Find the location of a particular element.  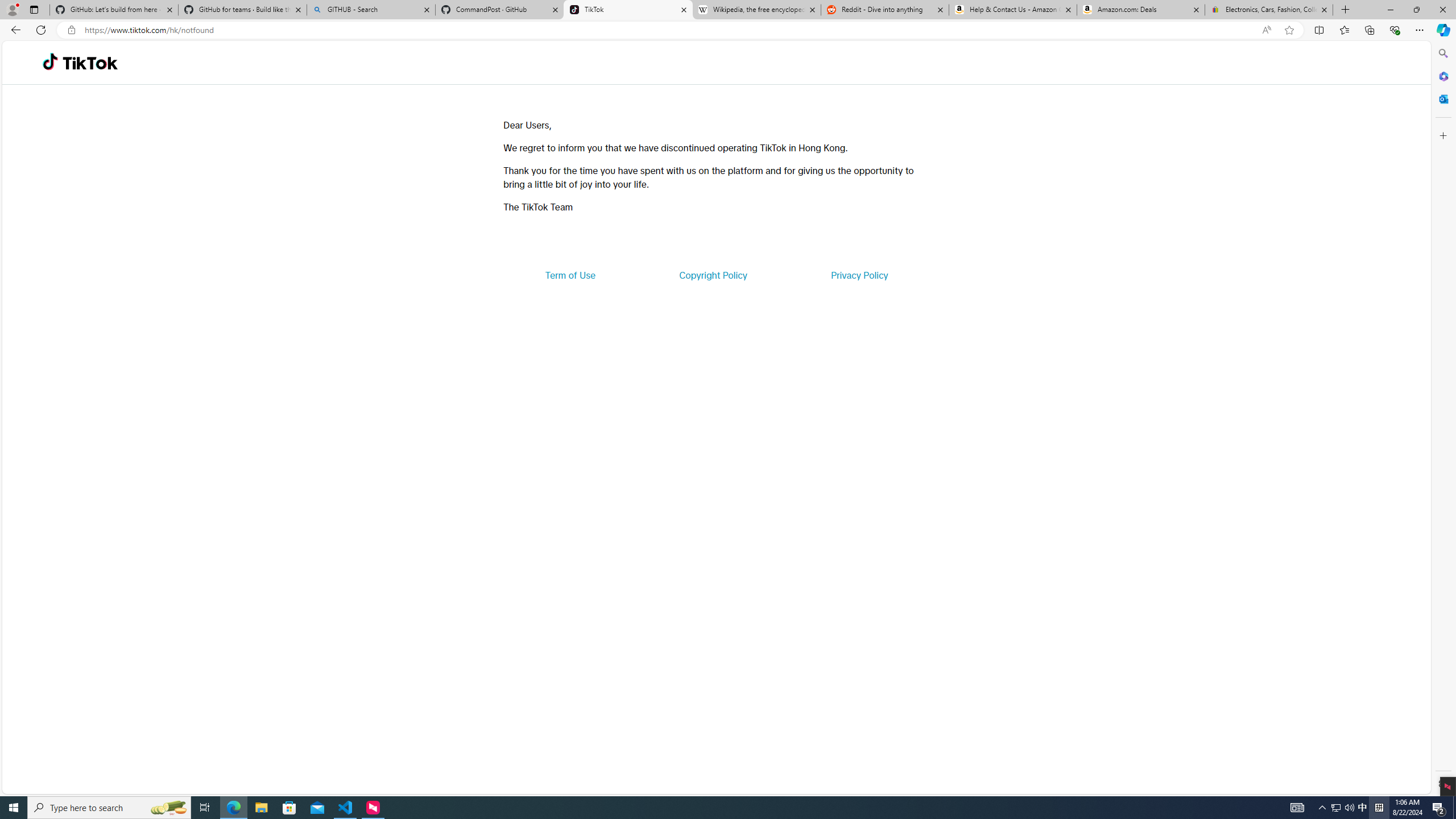

'Microsoft 365' is located at coordinates (1442, 76).